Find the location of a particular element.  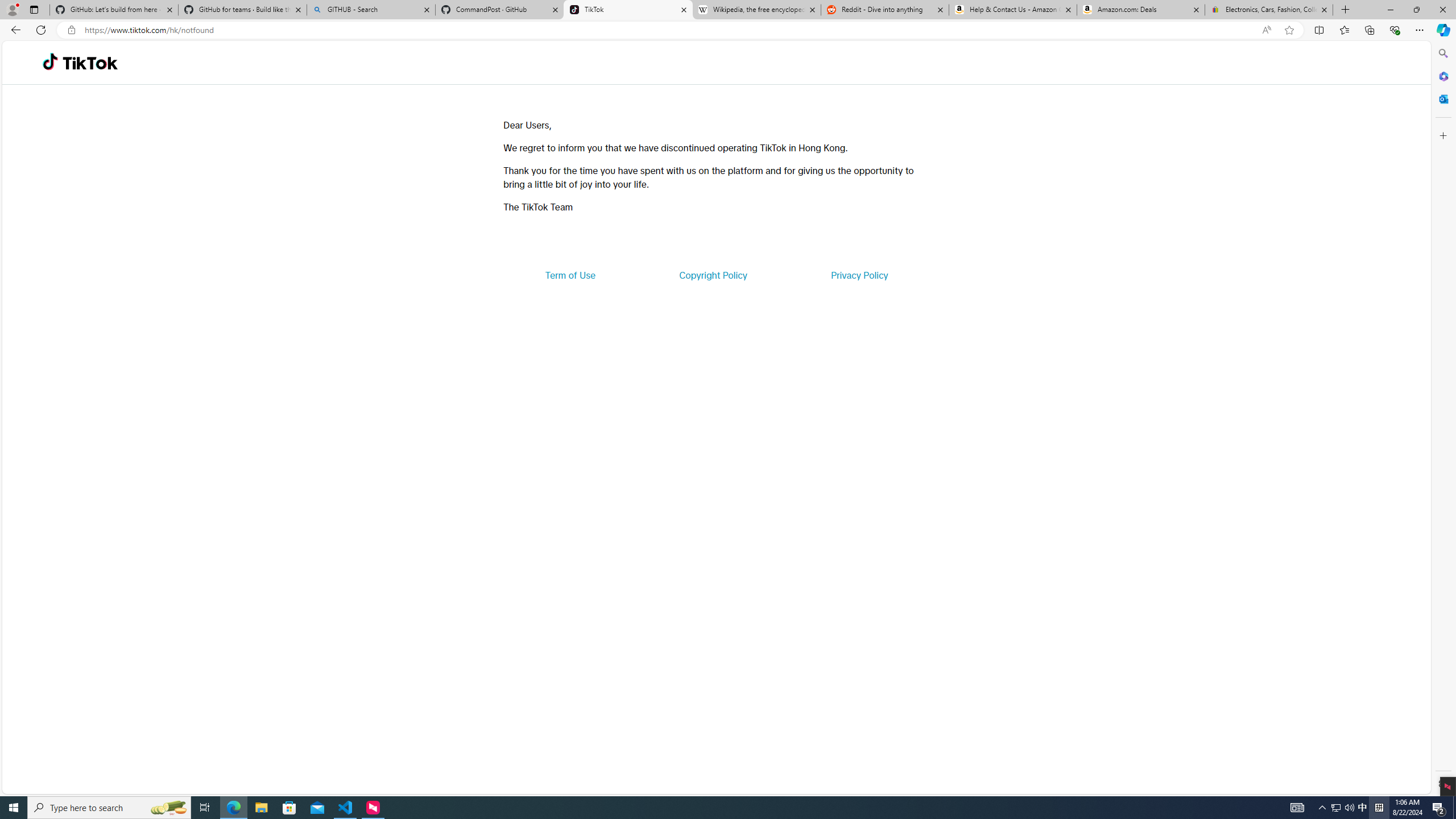

'Microsoft 365' is located at coordinates (1442, 76).